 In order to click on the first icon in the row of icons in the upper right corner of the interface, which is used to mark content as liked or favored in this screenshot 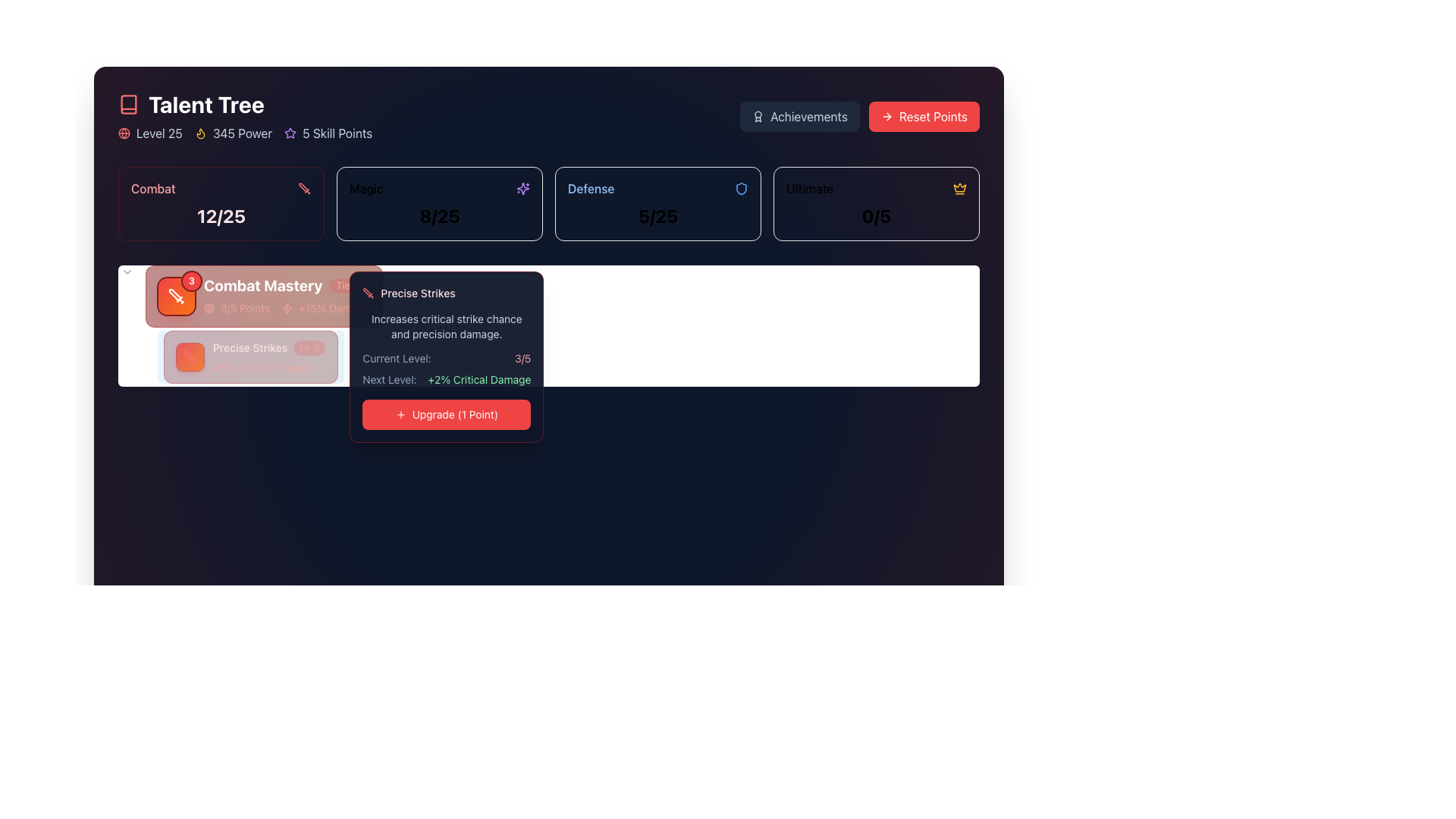, I will do `click(902, 242)`.